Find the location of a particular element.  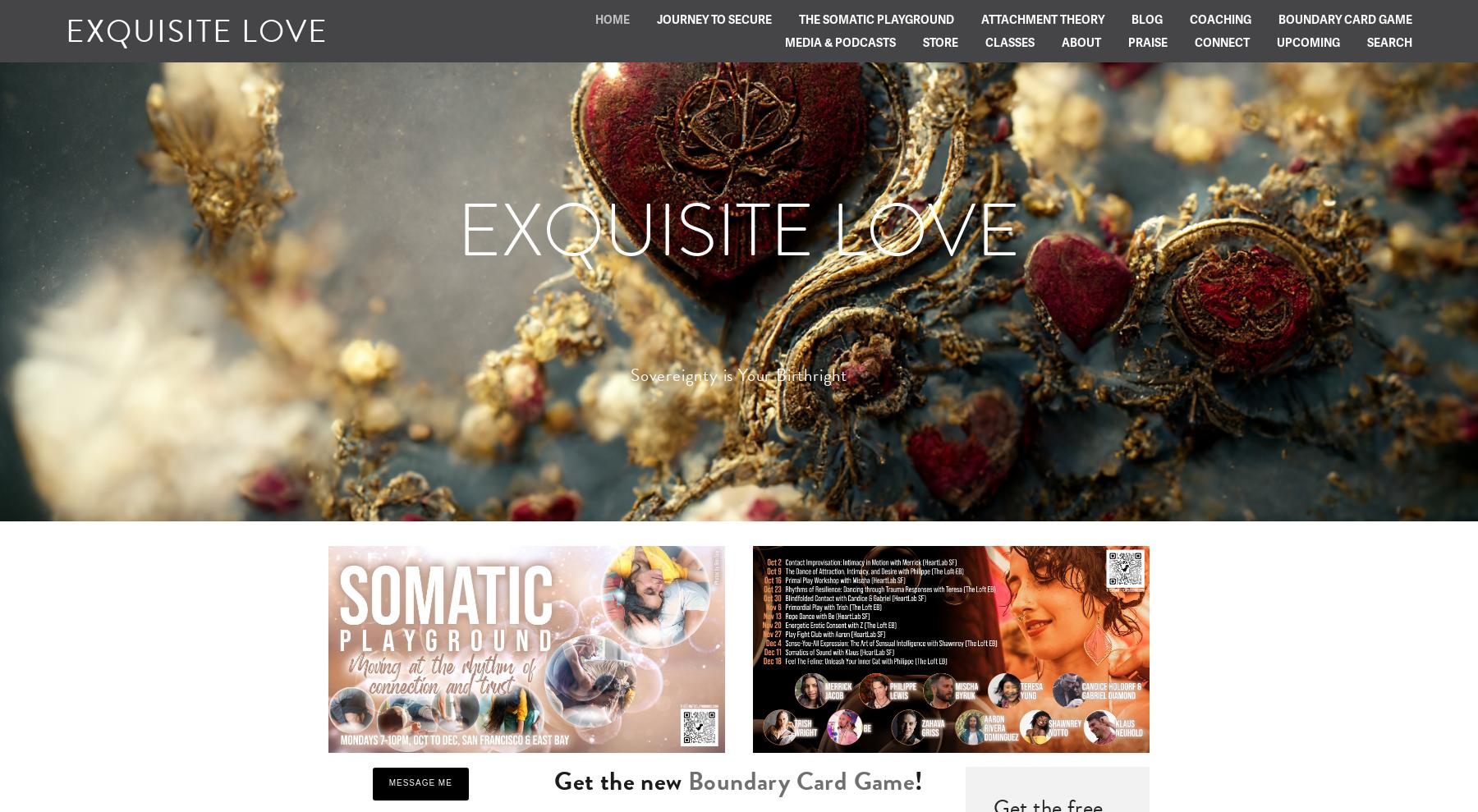

'Home' is located at coordinates (611, 19).